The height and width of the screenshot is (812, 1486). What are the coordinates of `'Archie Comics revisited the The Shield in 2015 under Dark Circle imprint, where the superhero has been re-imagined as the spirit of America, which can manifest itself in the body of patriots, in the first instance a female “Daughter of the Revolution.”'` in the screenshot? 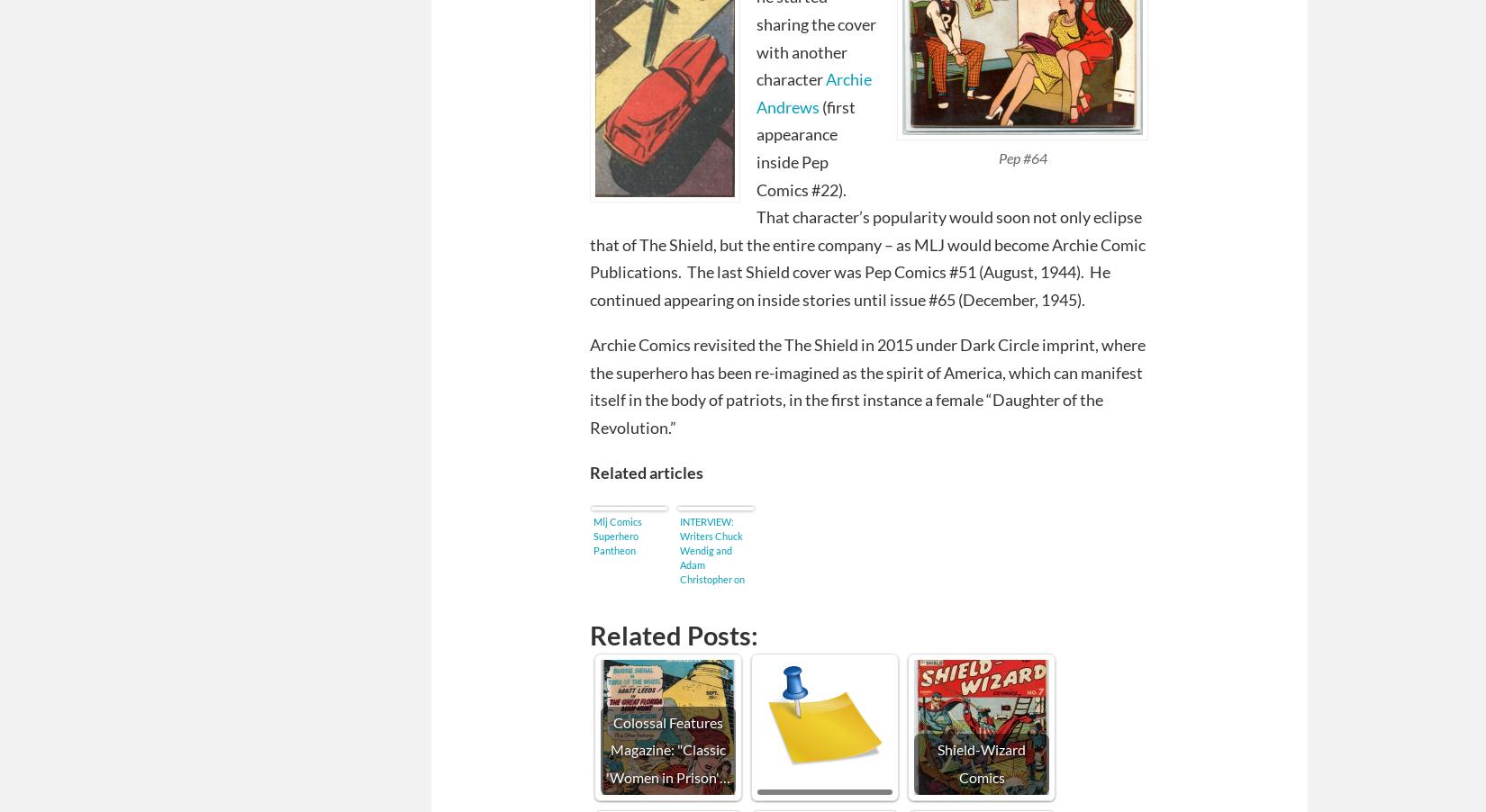 It's located at (867, 385).